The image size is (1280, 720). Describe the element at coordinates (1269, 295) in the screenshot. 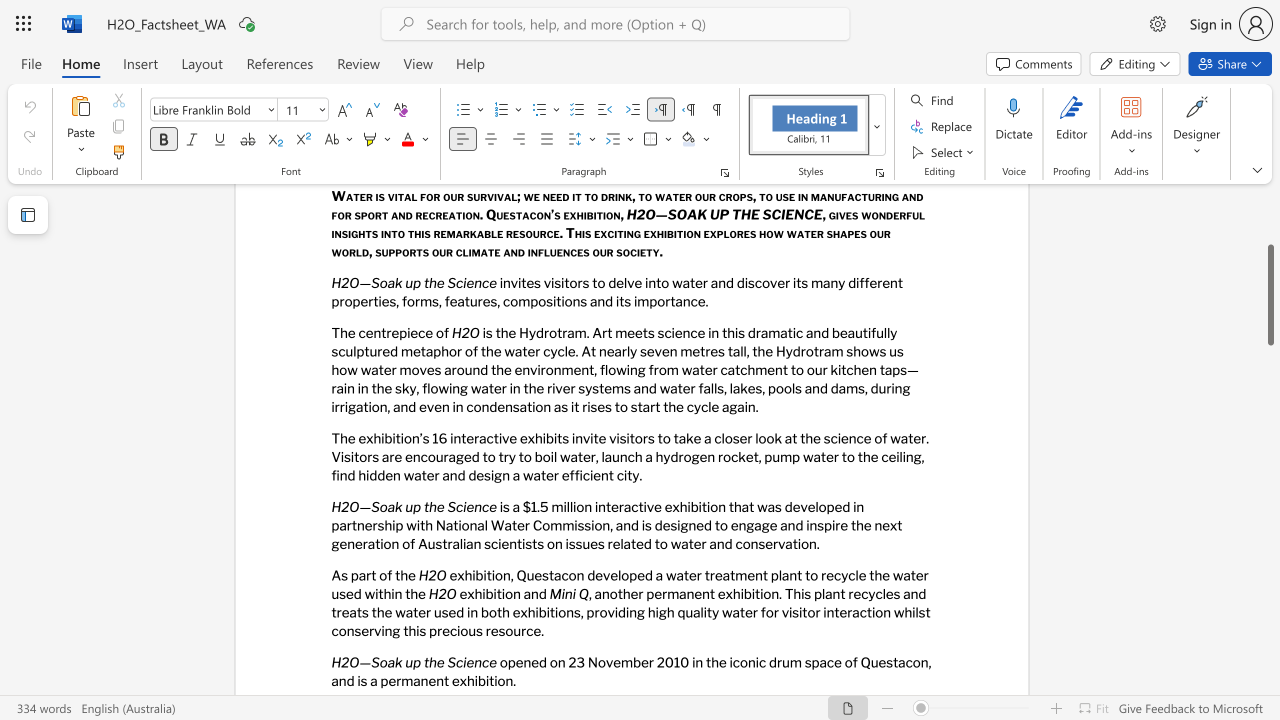

I see `the scrollbar and move up 140 pixels` at that location.